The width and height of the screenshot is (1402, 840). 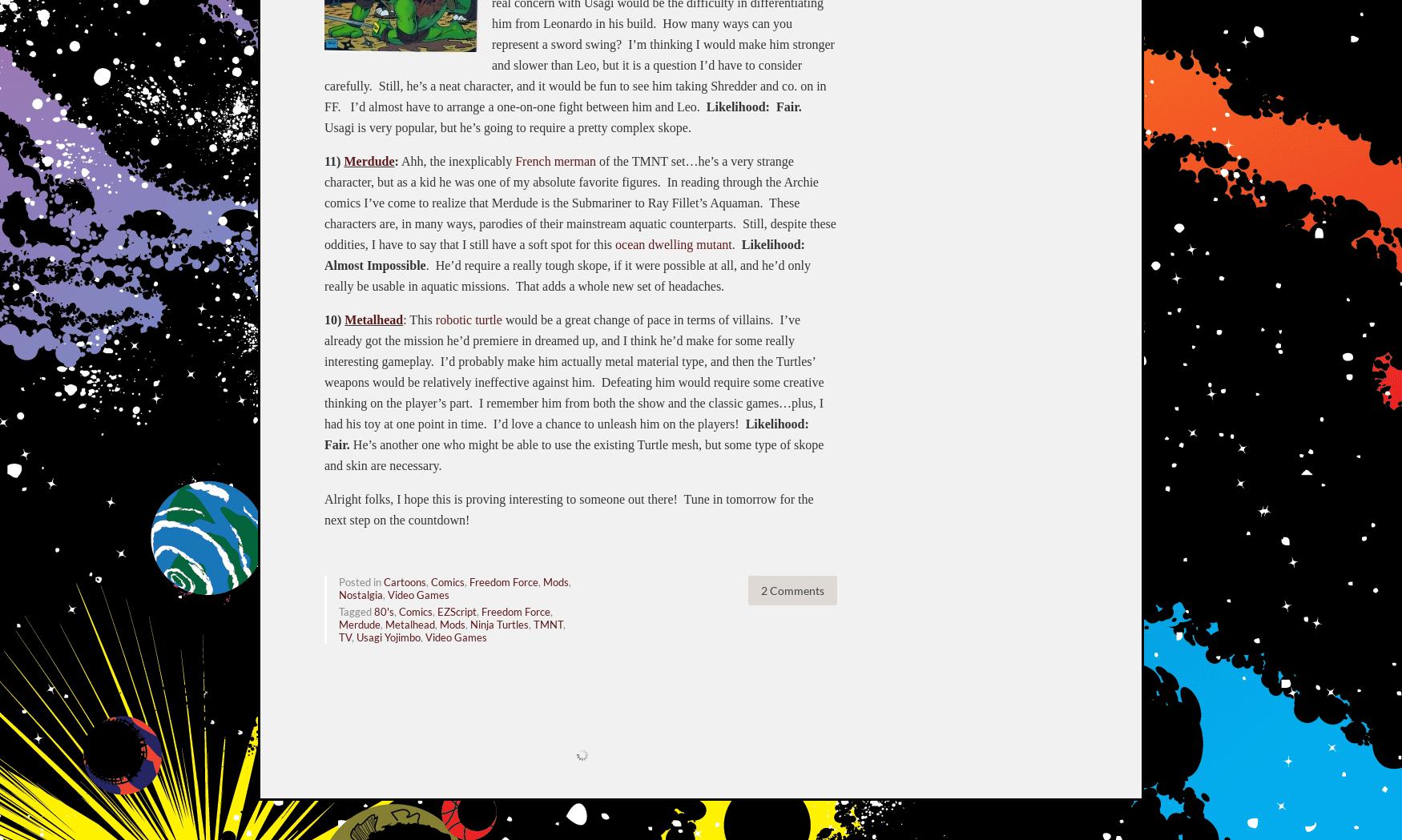 What do you see at coordinates (574, 453) in the screenshot?
I see `'He’s another one who might be able to use the existing Turtle mesh, but some type of skope and skin are necessary.'` at bounding box center [574, 453].